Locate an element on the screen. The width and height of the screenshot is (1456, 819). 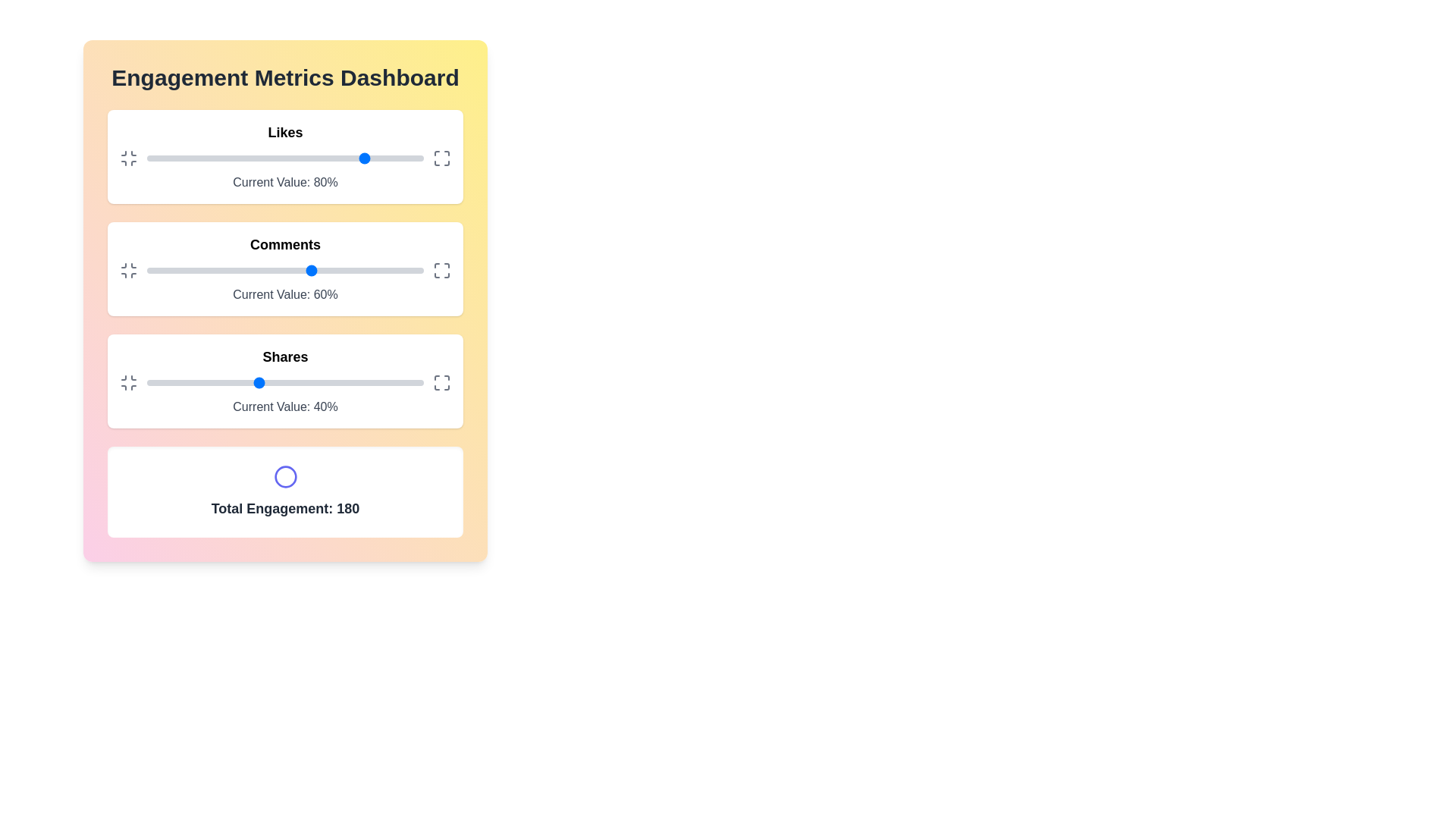
the 'Likes' slider is located at coordinates (258, 158).